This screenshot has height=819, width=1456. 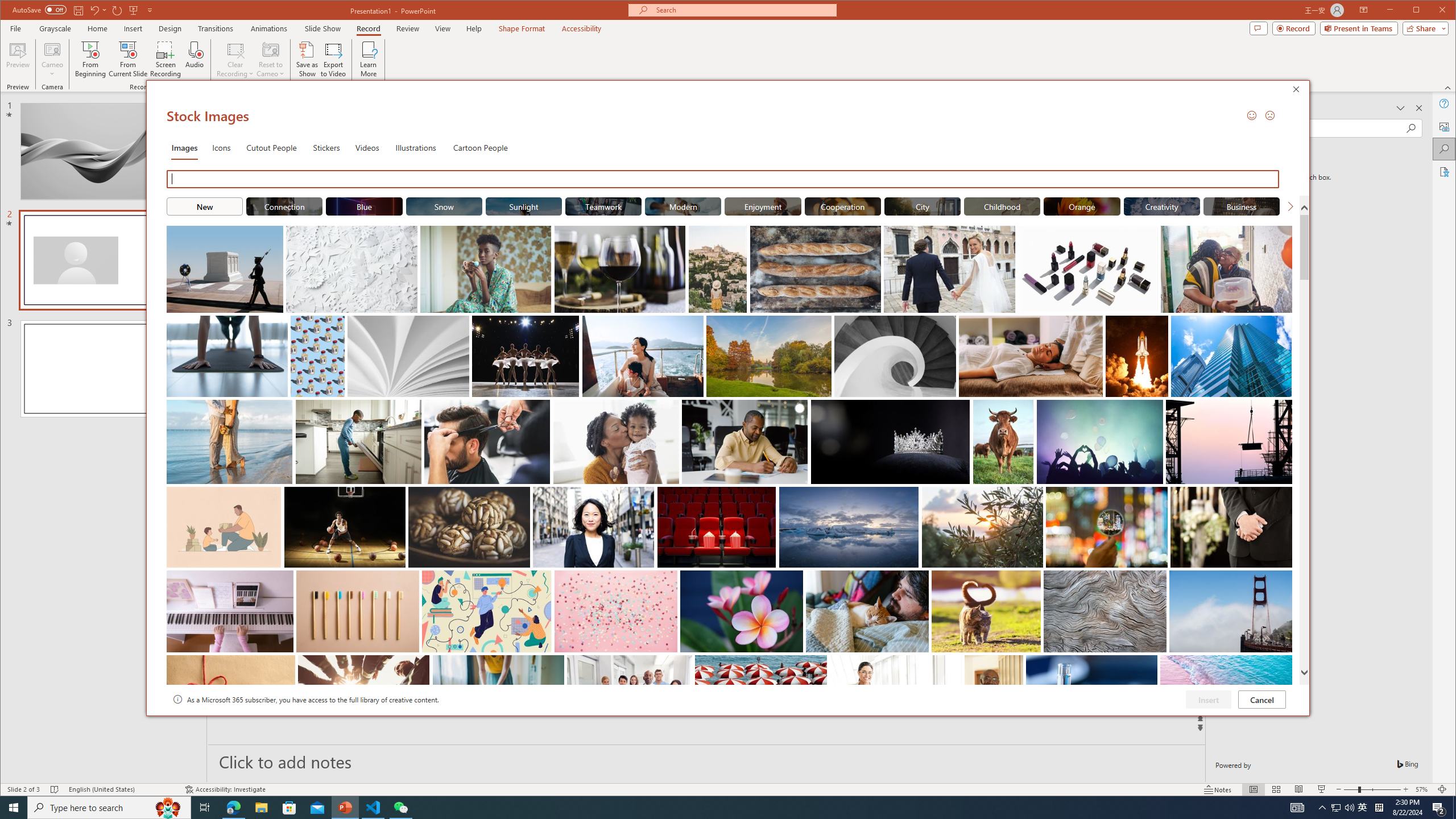 What do you see at coordinates (127, 59) in the screenshot?
I see `'From Current Slide...'` at bounding box center [127, 59].